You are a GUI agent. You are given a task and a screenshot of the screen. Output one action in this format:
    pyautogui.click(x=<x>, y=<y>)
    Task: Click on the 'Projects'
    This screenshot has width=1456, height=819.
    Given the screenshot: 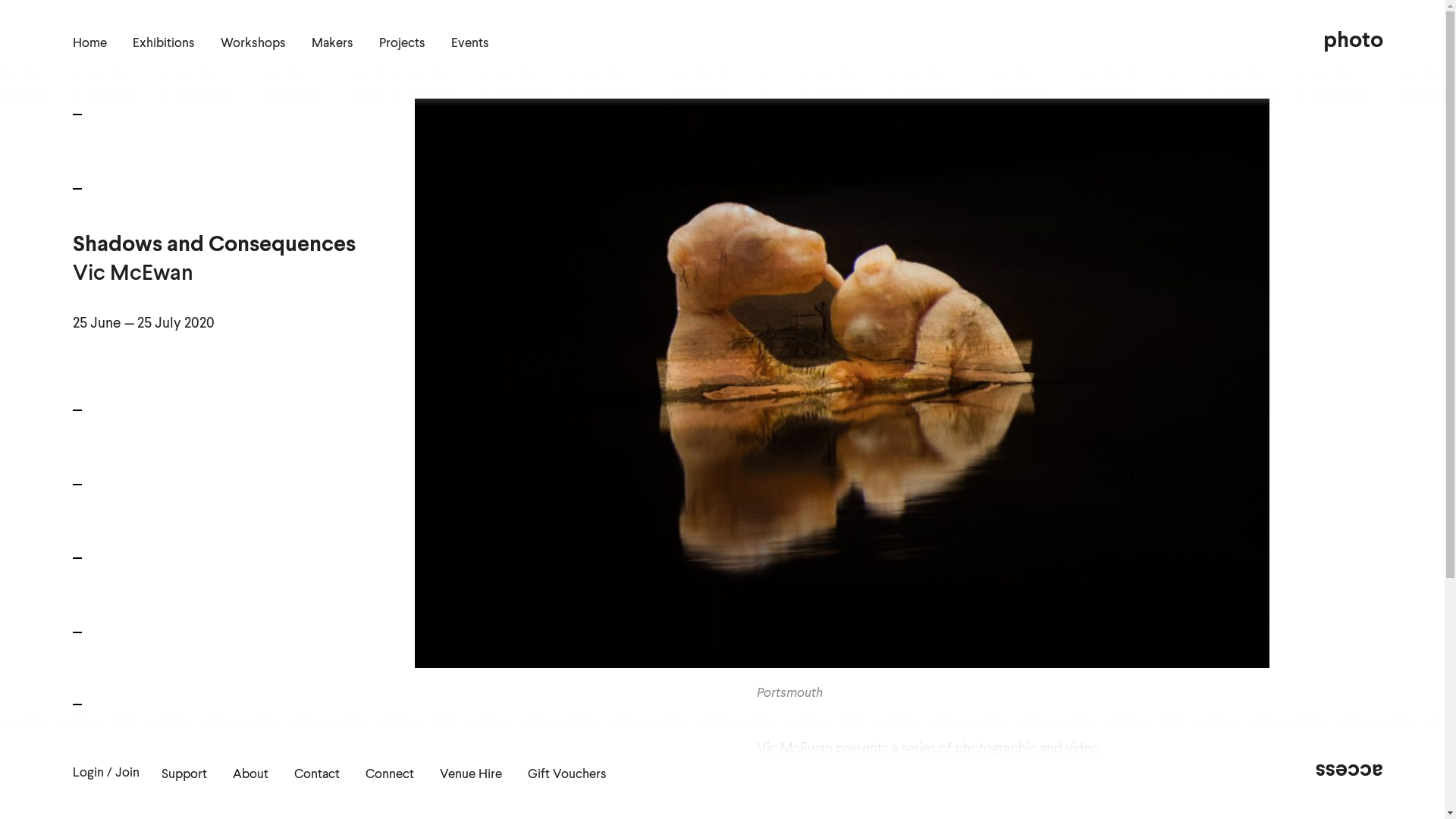 What is the action you would take?
    pyautogui.click(x=378, y=42)
    